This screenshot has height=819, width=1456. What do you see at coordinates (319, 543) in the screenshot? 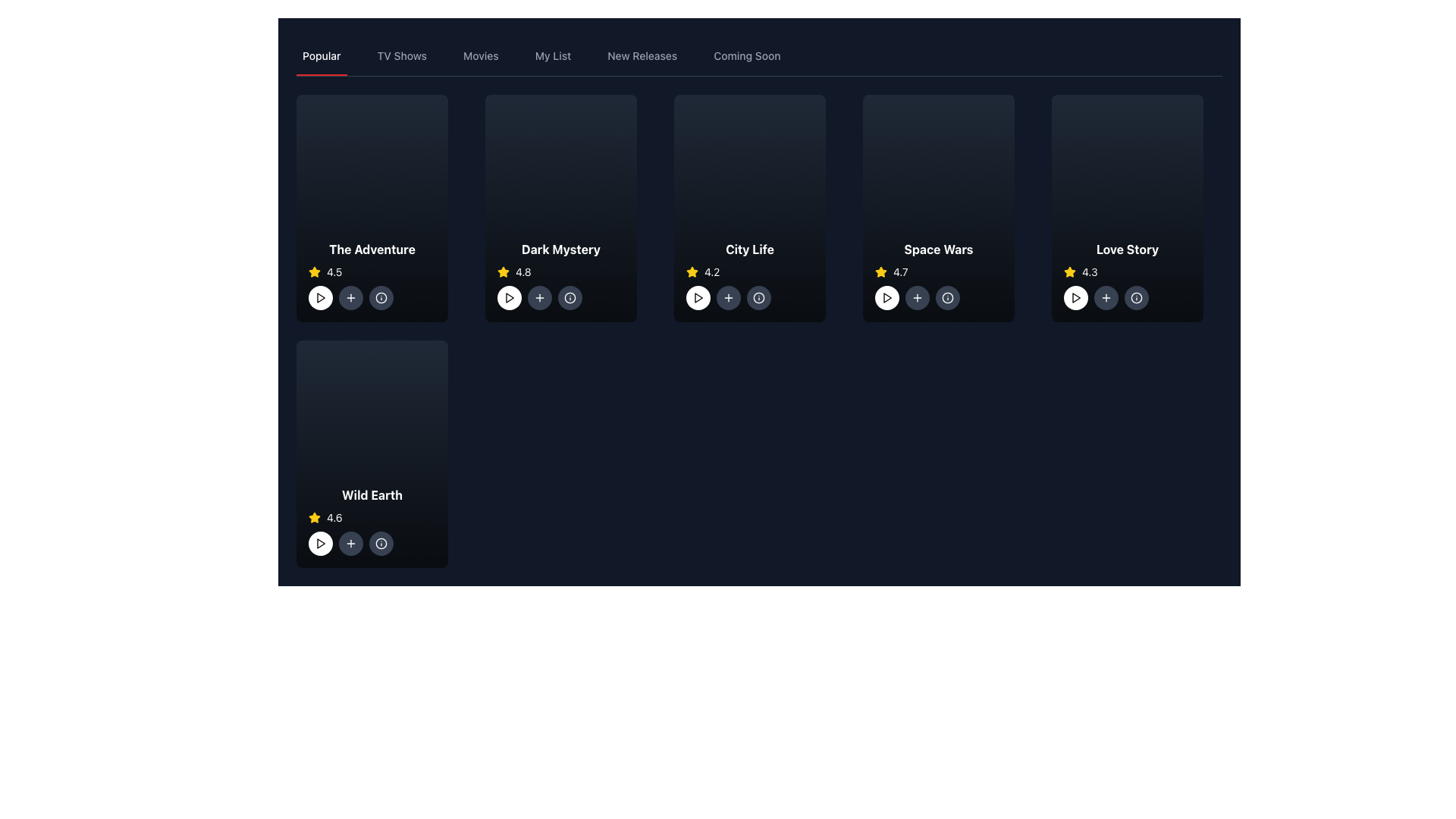
I see `the leftmost play button located at the bottom left of the media item card to initiate playback` at bounding box center [319, 543].